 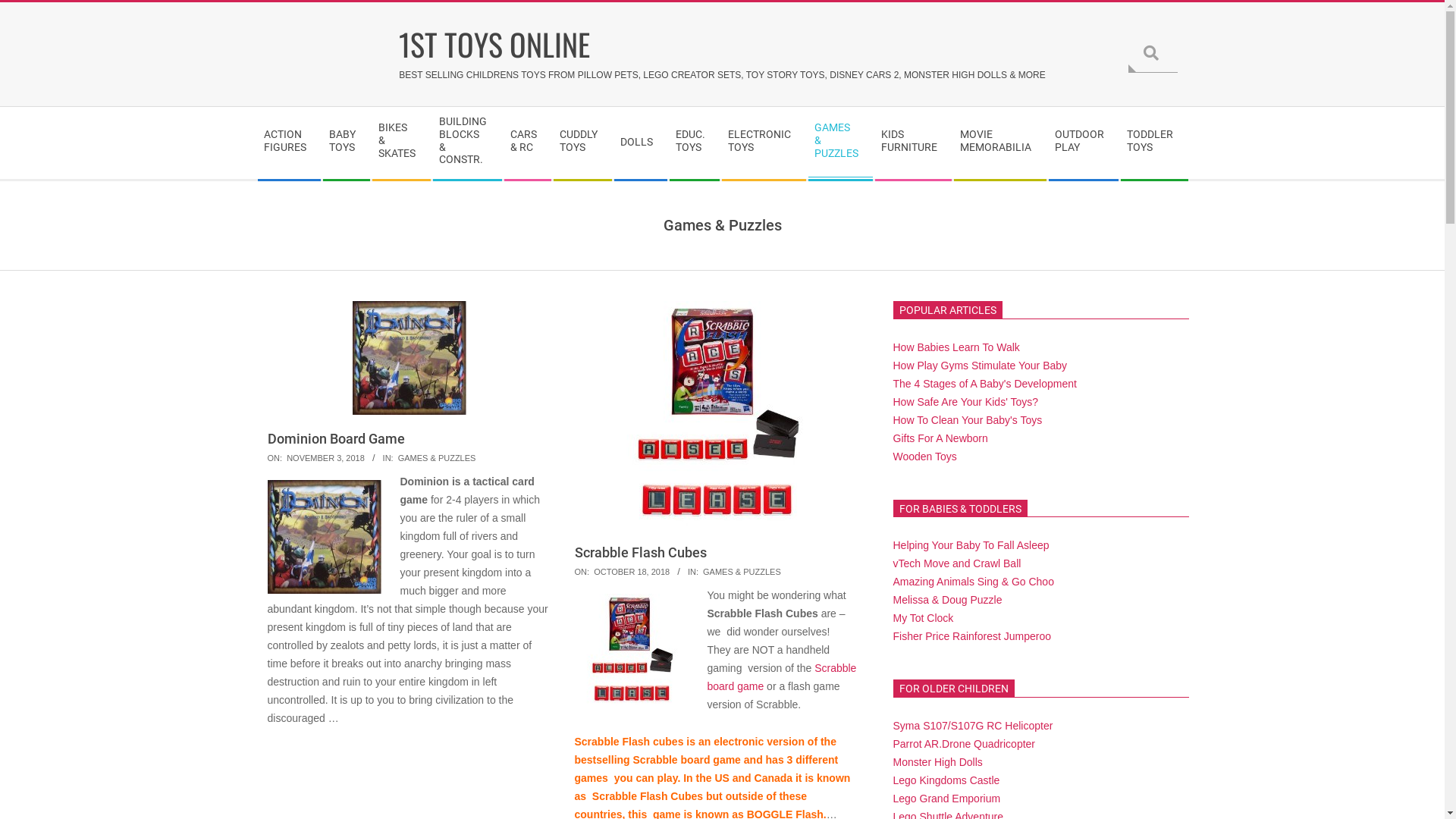 I want to click on 'Fisher Price Rainforest Jumperoo', so click(x=972, y=636).